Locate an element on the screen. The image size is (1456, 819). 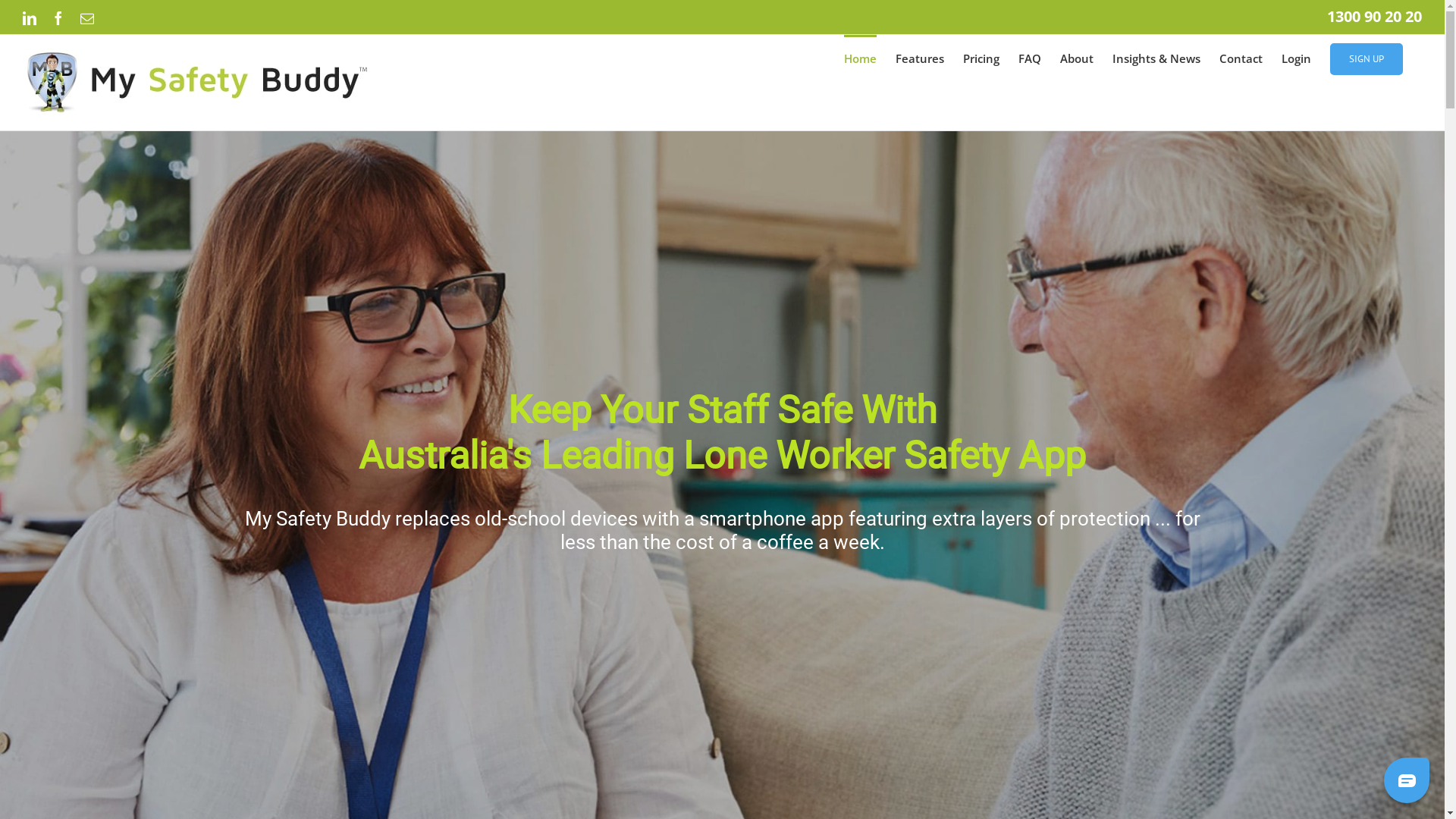
'Login' is located at coordinates (1295, 57).